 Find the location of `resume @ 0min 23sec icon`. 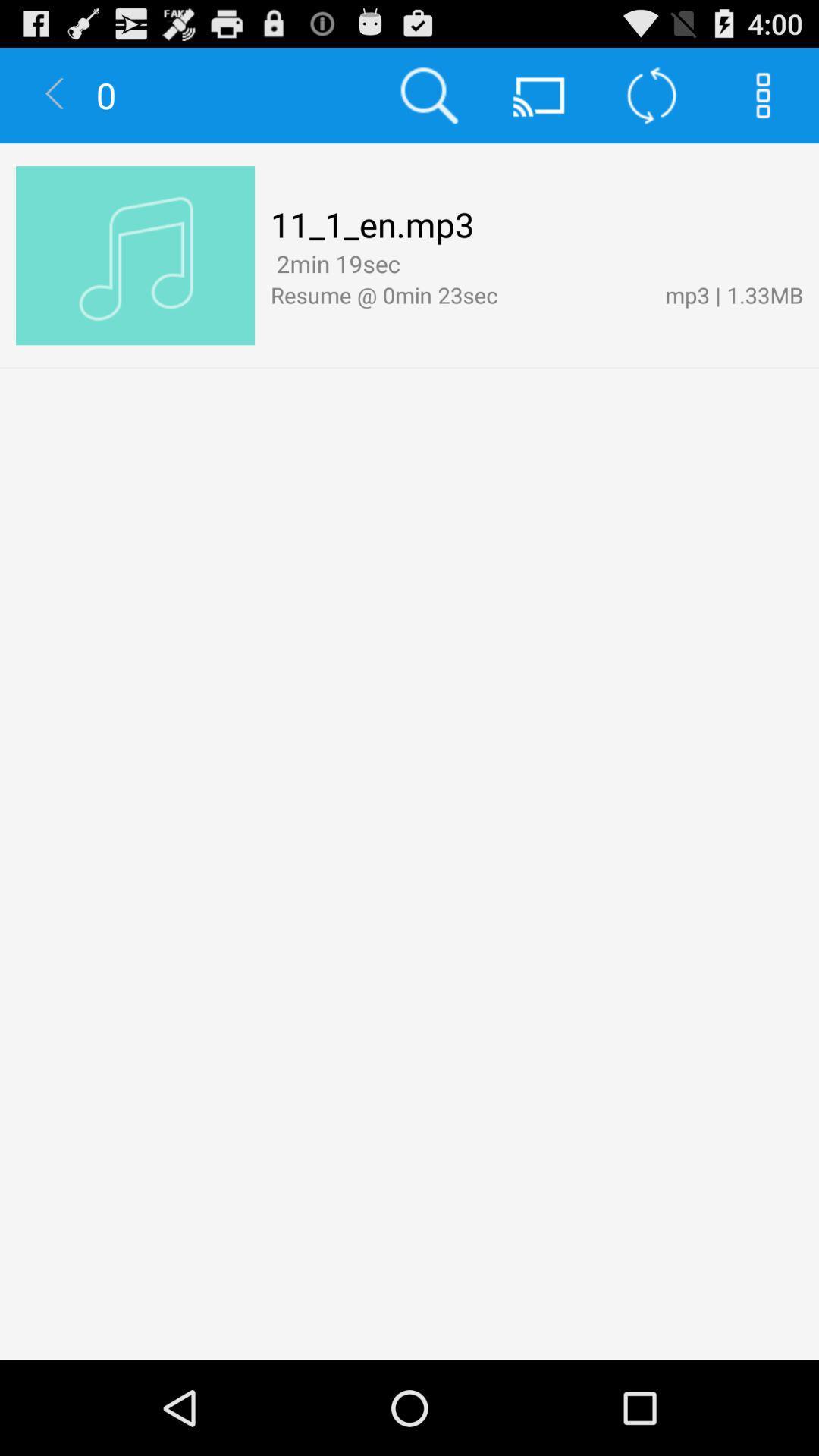

resume @ 0min 23sec icon is located at coordinates (459, 294).